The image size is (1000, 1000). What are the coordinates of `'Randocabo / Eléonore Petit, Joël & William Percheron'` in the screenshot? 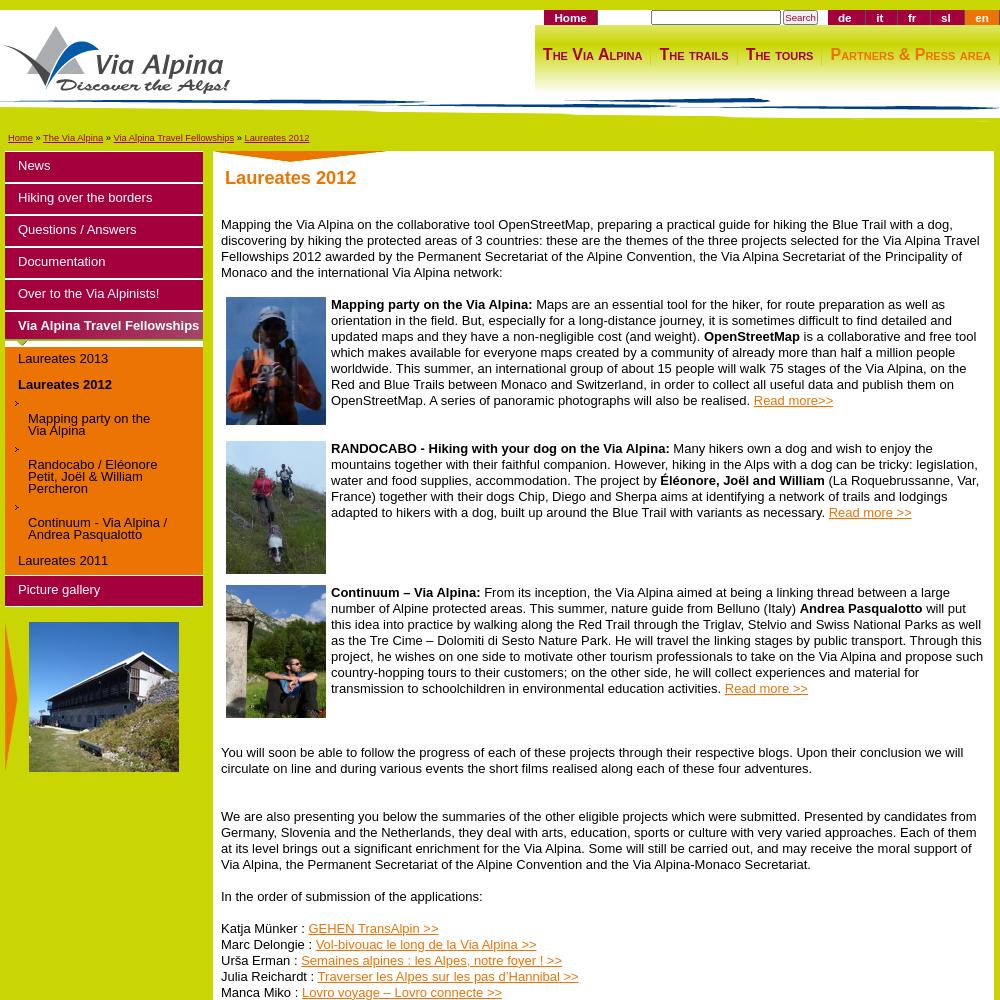 It's located at (91, 475).